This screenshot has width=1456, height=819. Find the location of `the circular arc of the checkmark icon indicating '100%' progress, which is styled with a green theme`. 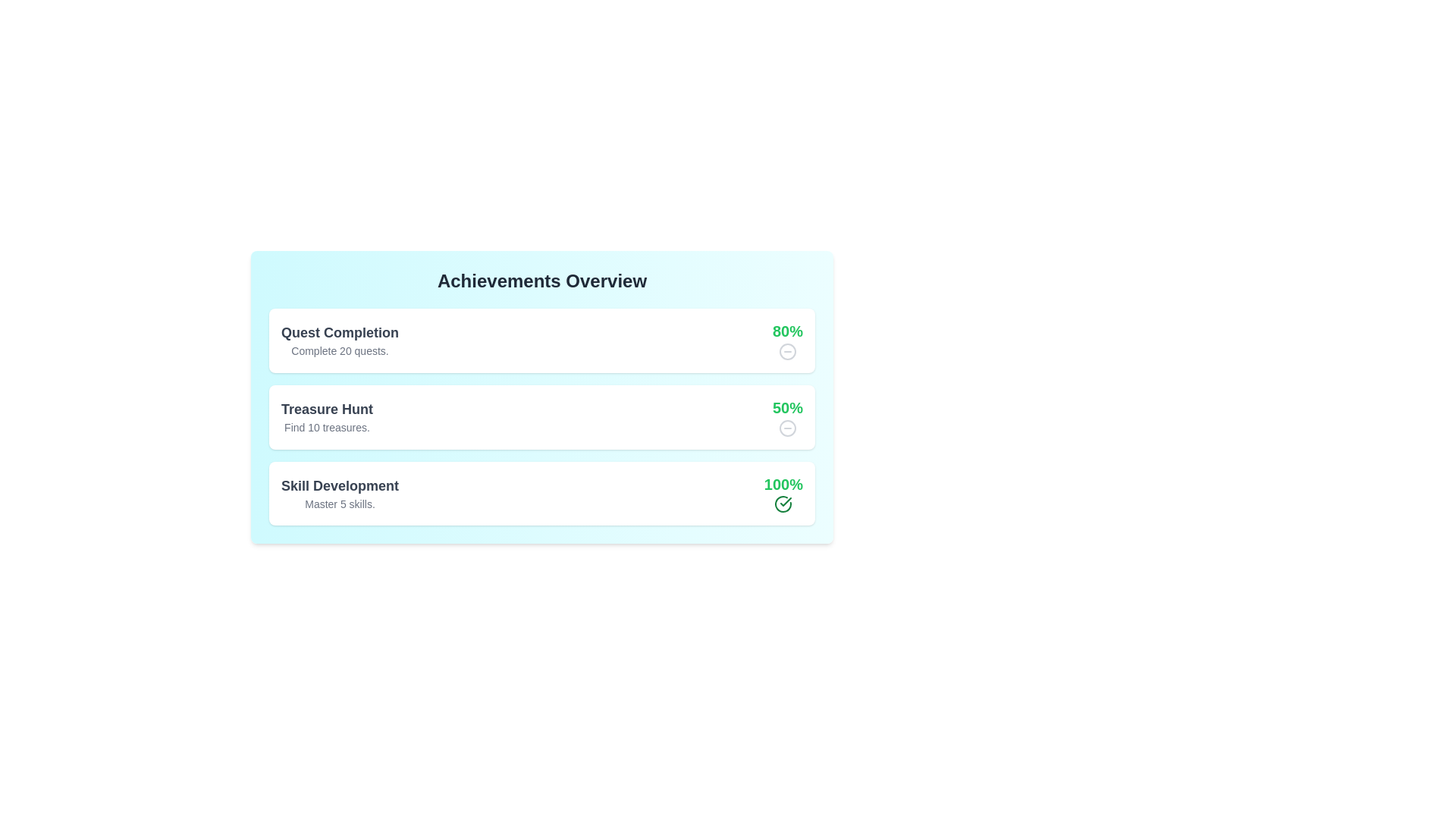

the circular arc of the checkmark icon indicating '100%' progress, which is styled with a green theme is located at coordinates (783, 504).